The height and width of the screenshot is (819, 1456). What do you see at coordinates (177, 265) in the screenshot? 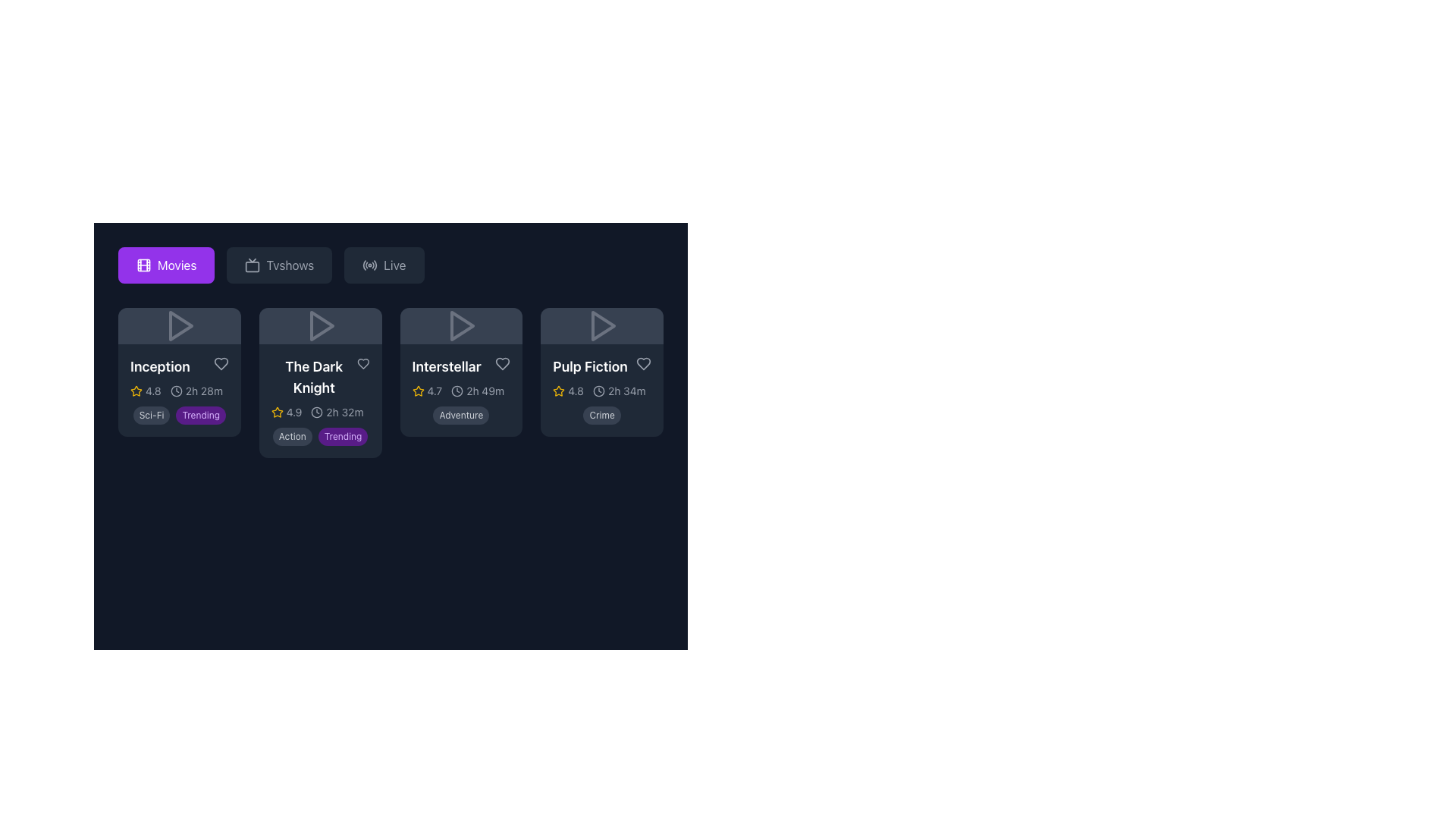
I see `the text within the purple rectangular navigation button in the upper-left portion of the movie browsing application, which likely switches the view` at bounding box center [177, 265].